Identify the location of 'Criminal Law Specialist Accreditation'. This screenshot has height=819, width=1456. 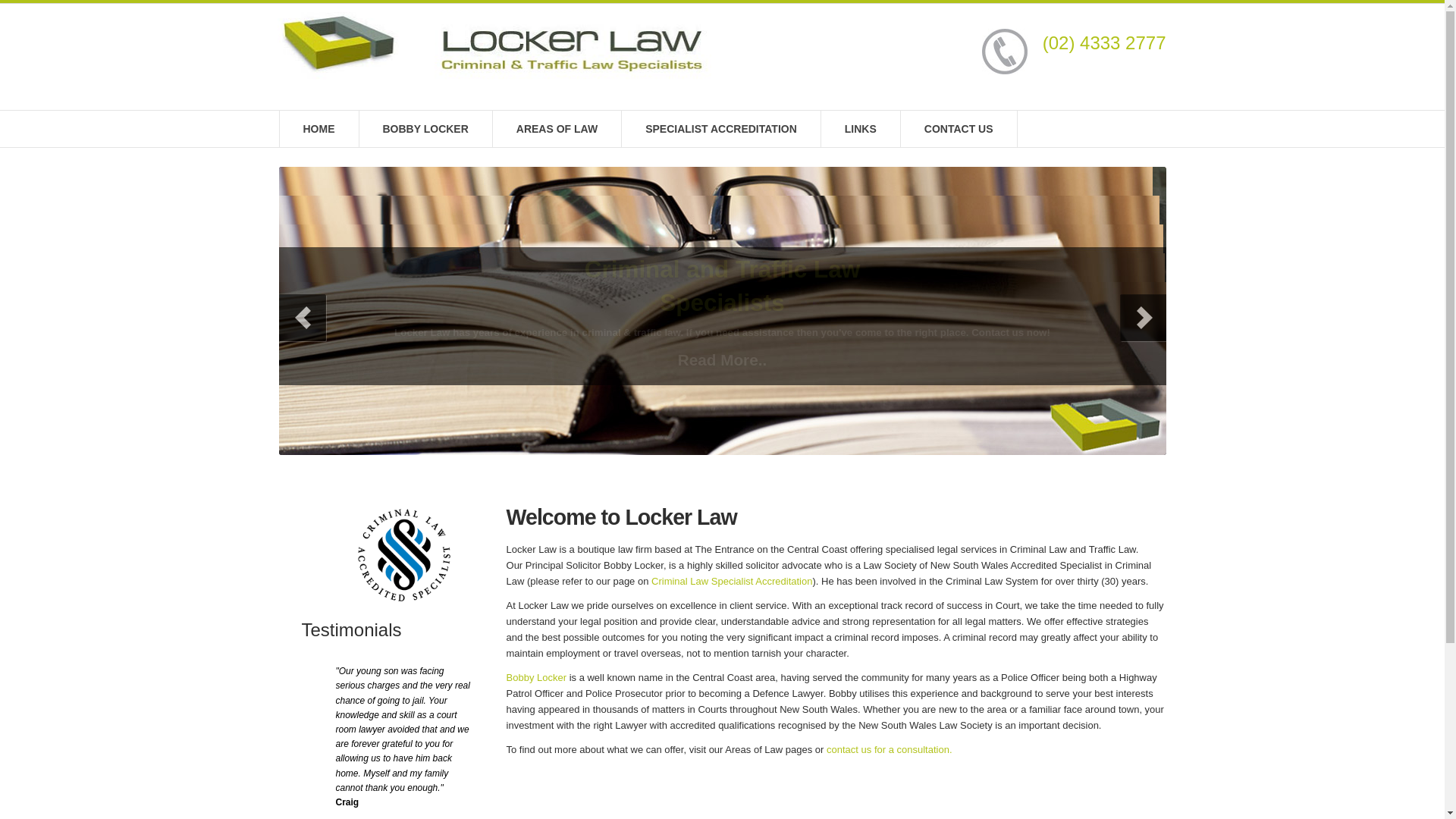
(651, 580).